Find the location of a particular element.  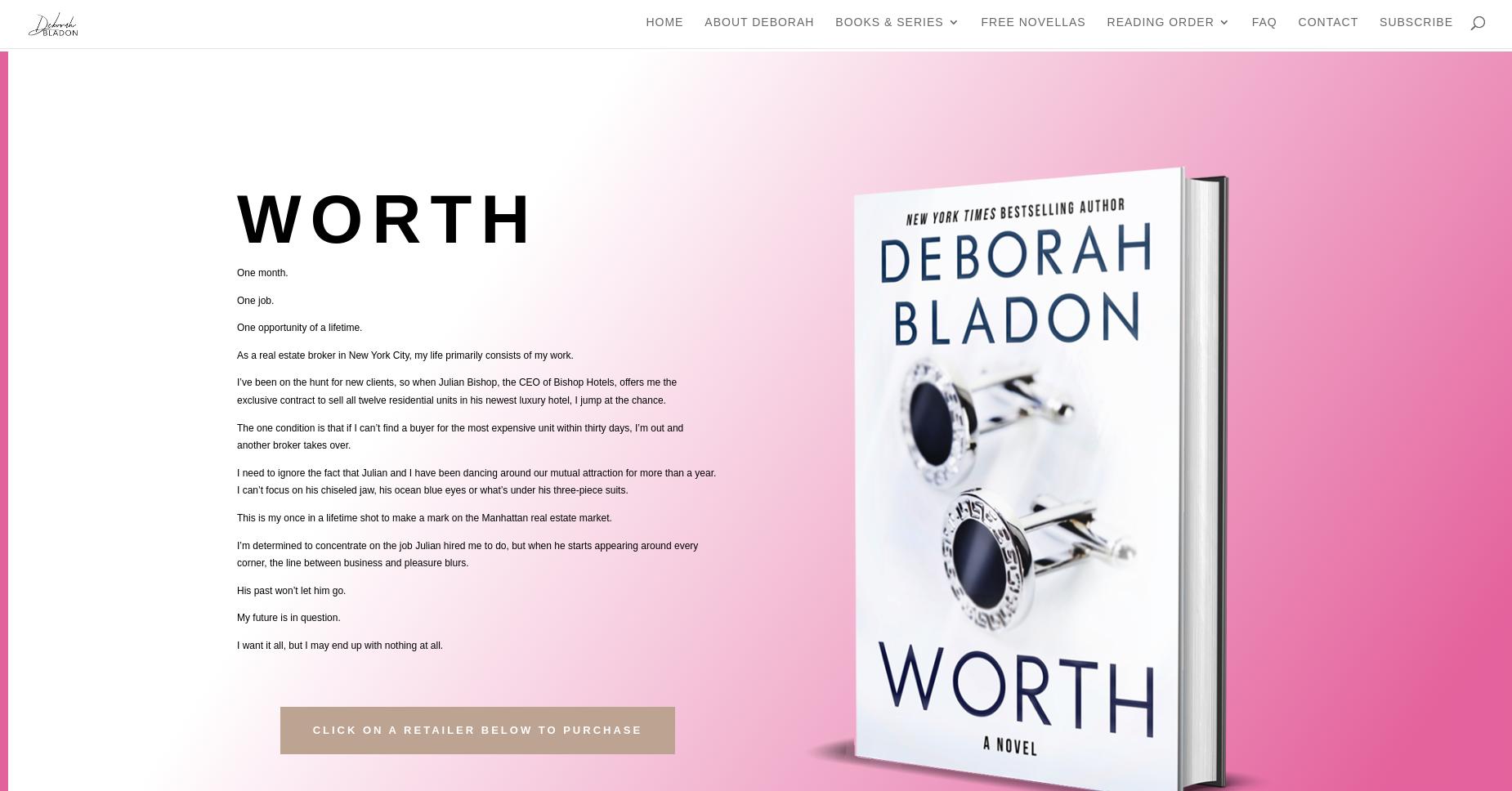

'The Hawthornes of New York' is located at coordinates (1122, 265).